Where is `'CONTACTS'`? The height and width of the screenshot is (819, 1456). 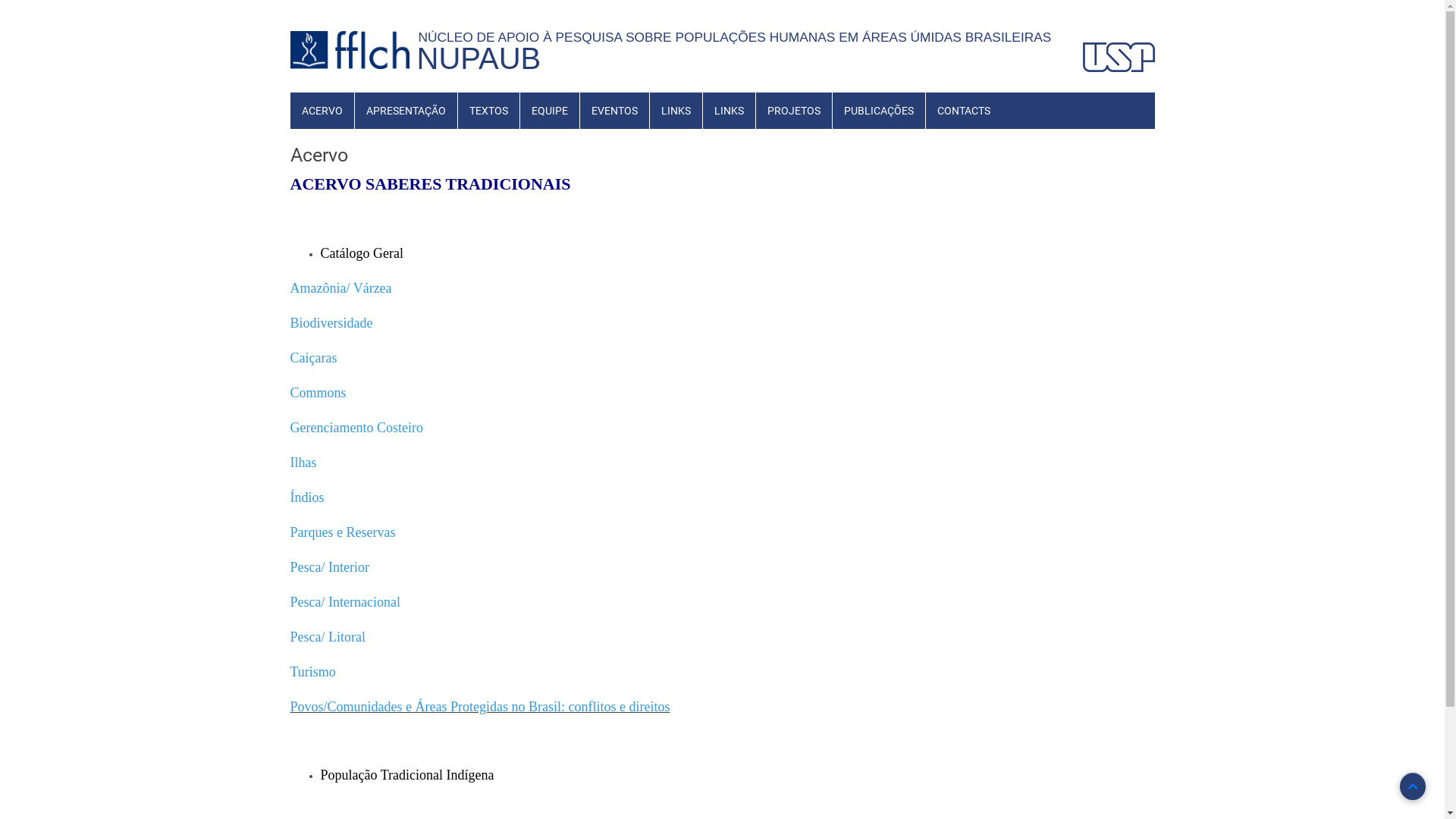 'CONTACTS' is located at coordinates (962, 110).